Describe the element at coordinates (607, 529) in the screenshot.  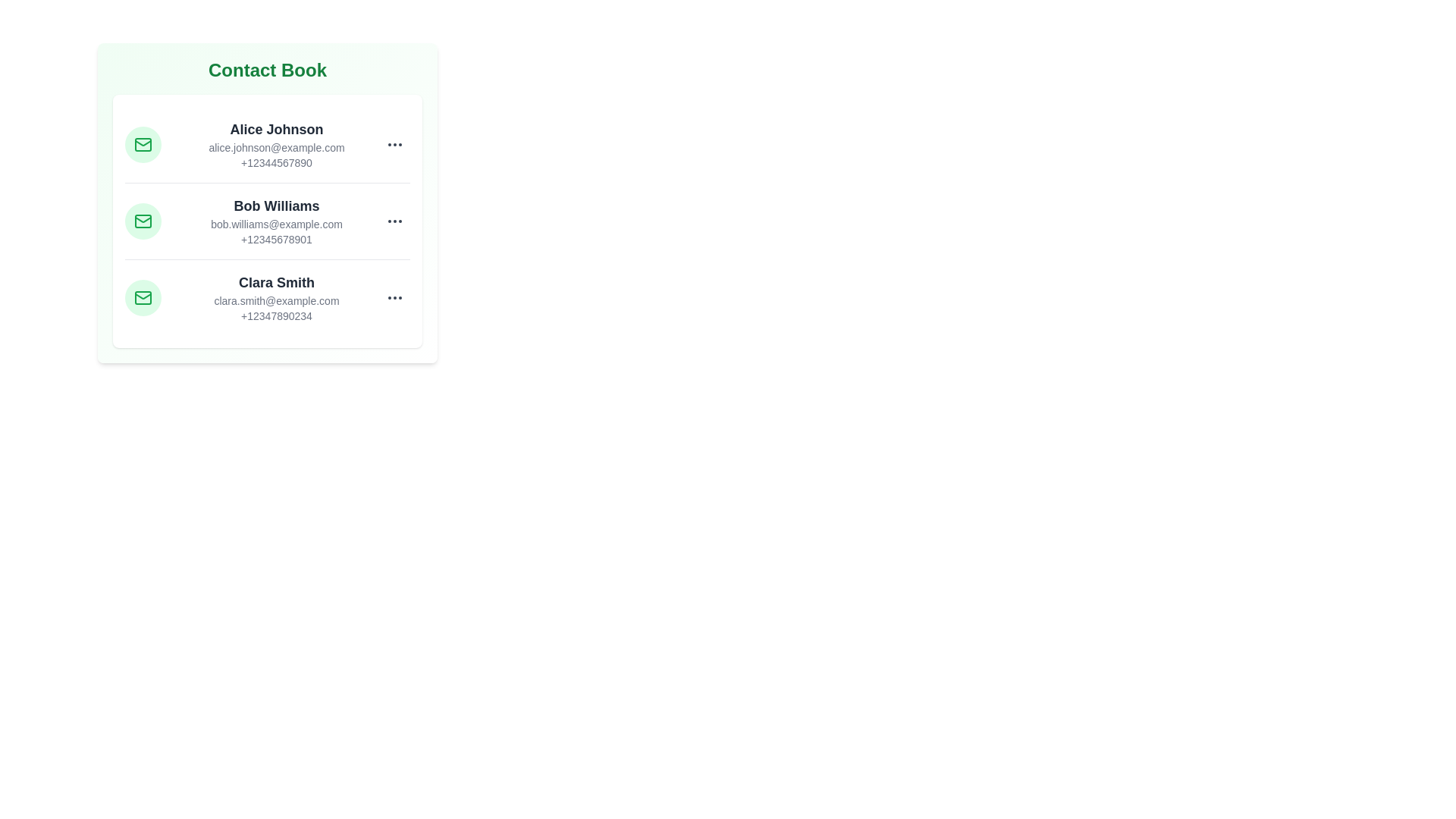
I see `the background area outside the contact list container to dismiss any active focus` at that location.